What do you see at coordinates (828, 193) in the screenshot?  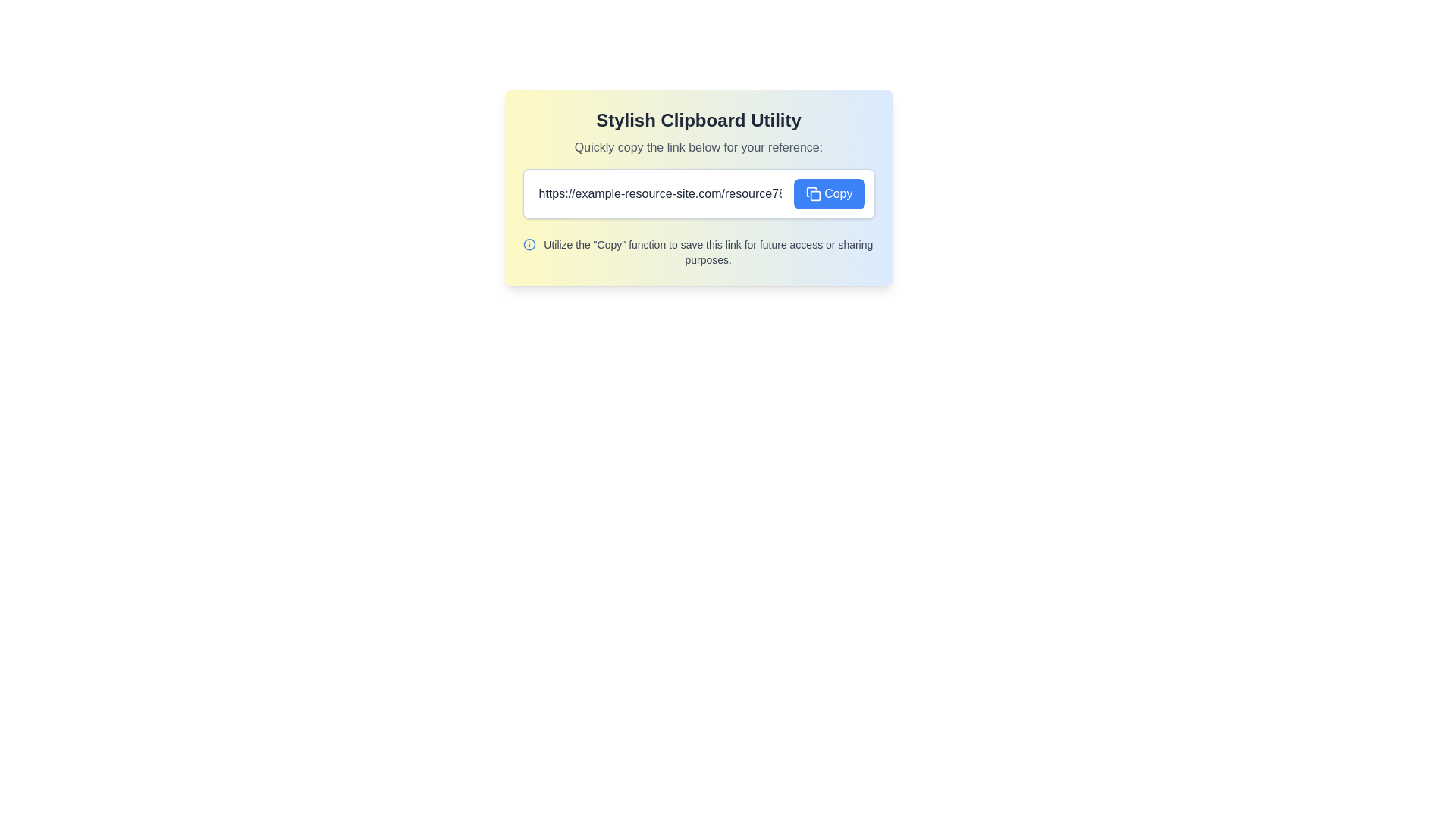 I see `the 'Copy' button` at bounding box center [828, 193].